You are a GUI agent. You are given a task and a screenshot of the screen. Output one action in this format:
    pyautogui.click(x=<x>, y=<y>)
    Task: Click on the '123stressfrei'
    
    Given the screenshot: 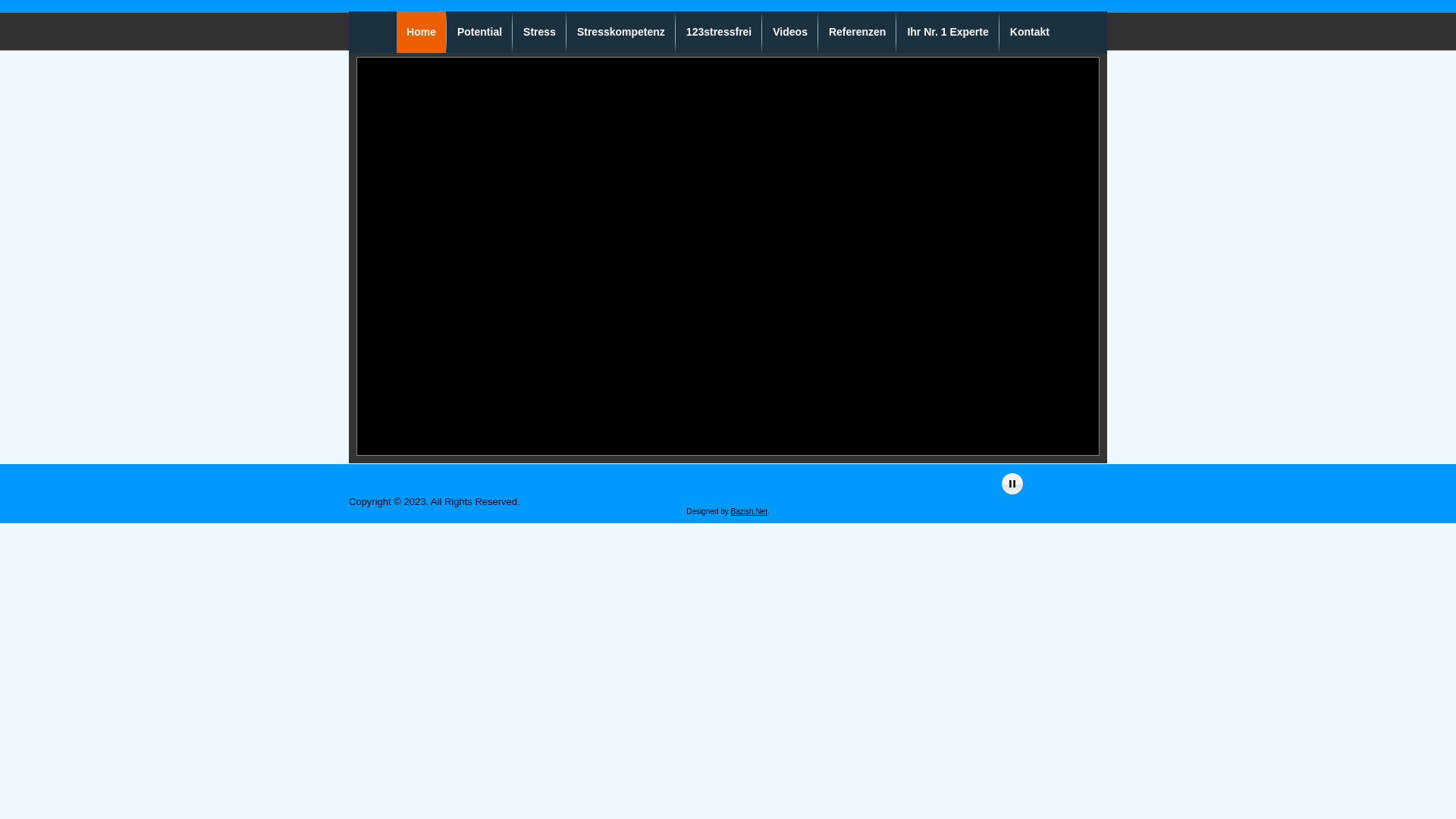 What is the action you would take?
    pyautogui.click(x=676, y=32)
    